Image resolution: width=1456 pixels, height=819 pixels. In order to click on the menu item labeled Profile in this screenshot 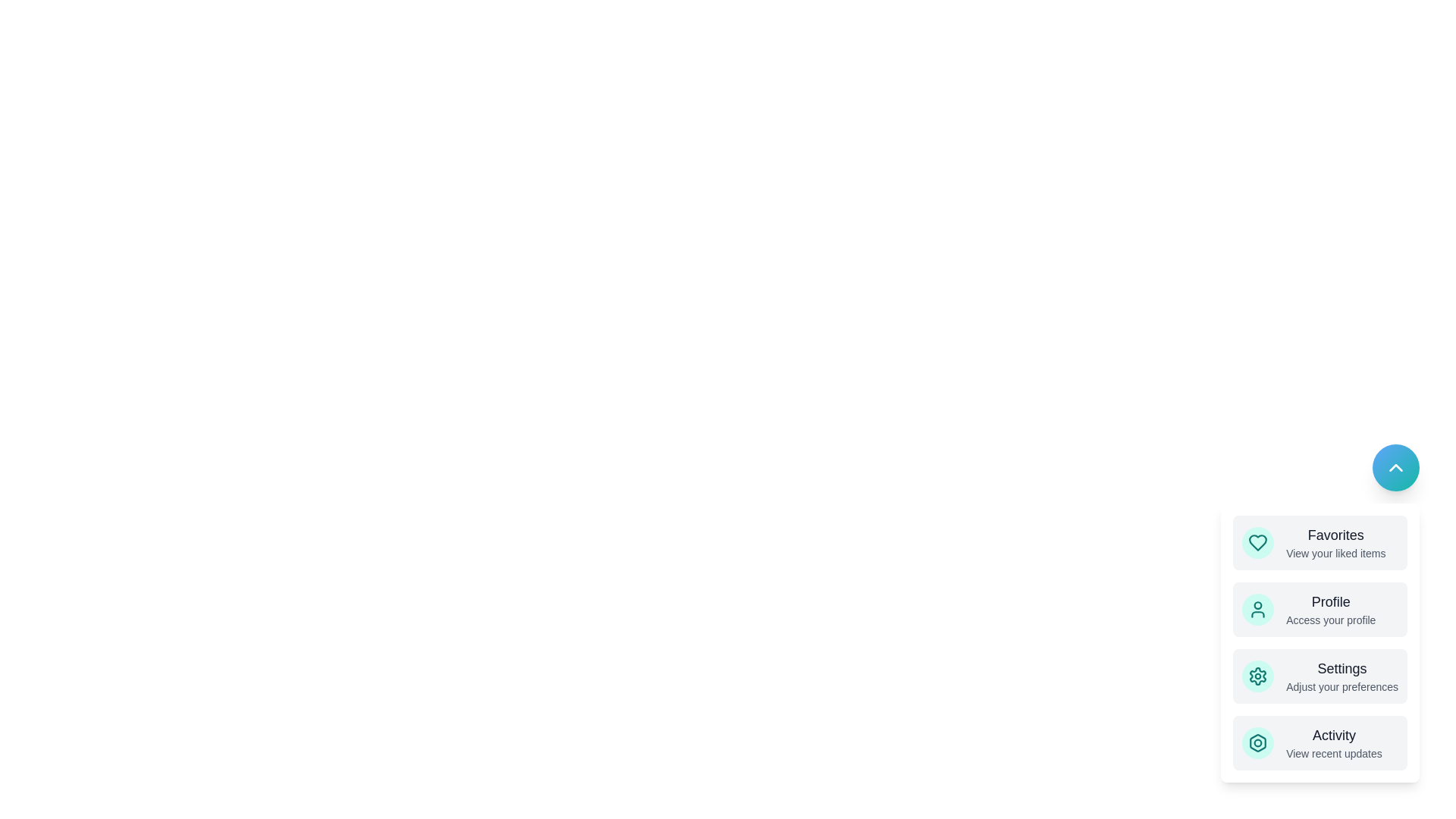, I will do `click(1319, 608)`.